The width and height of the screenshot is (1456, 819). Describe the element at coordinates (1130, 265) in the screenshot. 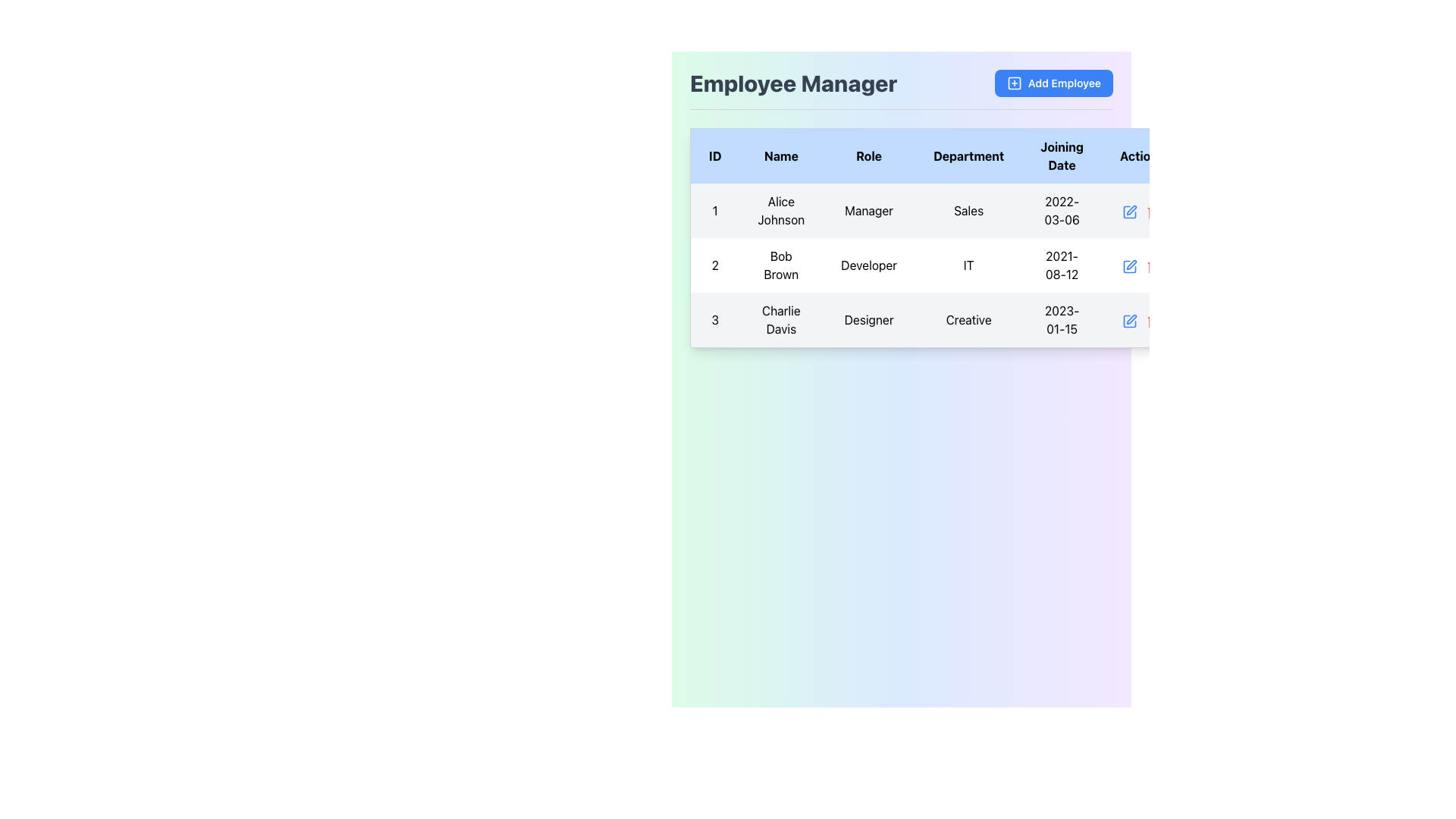

I see `the edit icon in the 'Action' column of the second row to initiate edit mode for the employee record of 'Bob Brown'` at that location.